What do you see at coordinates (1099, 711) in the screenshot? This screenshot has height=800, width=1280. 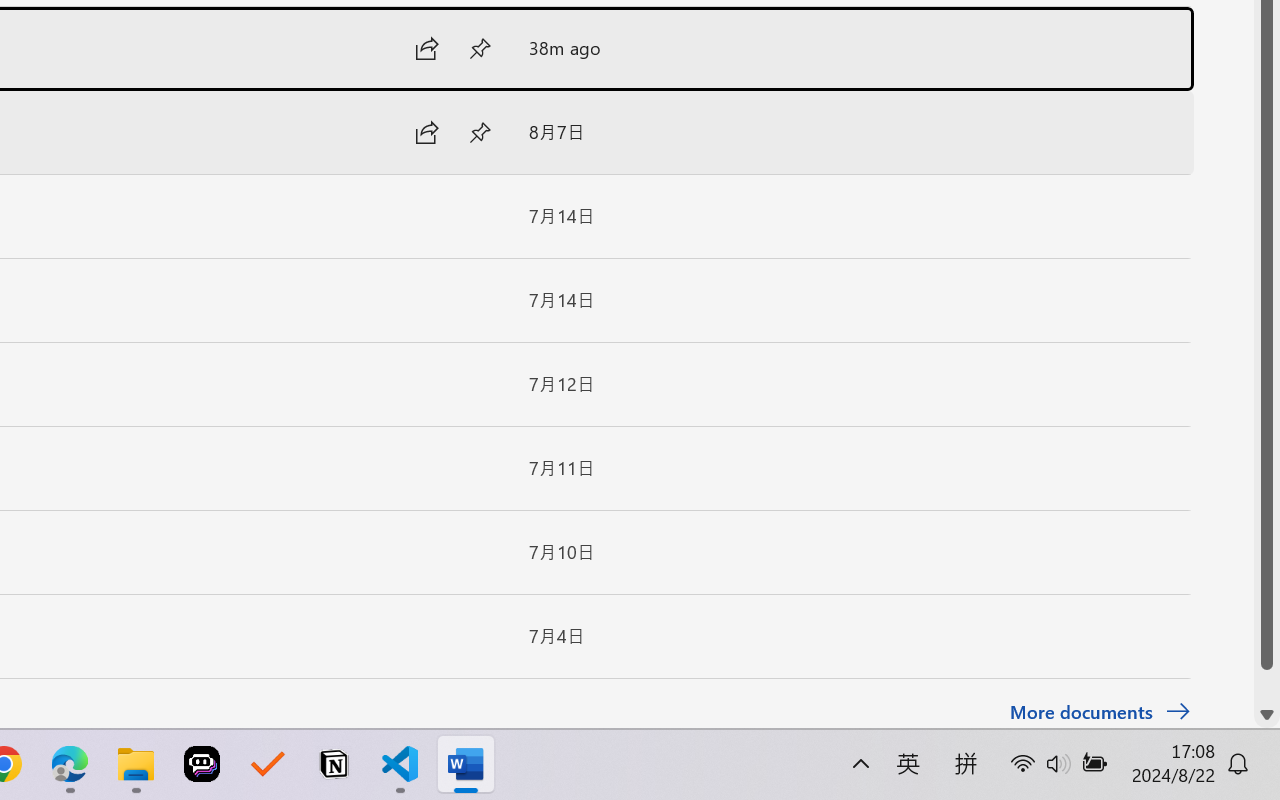 I see `'More documents'` at bounding box center [1099, 711].